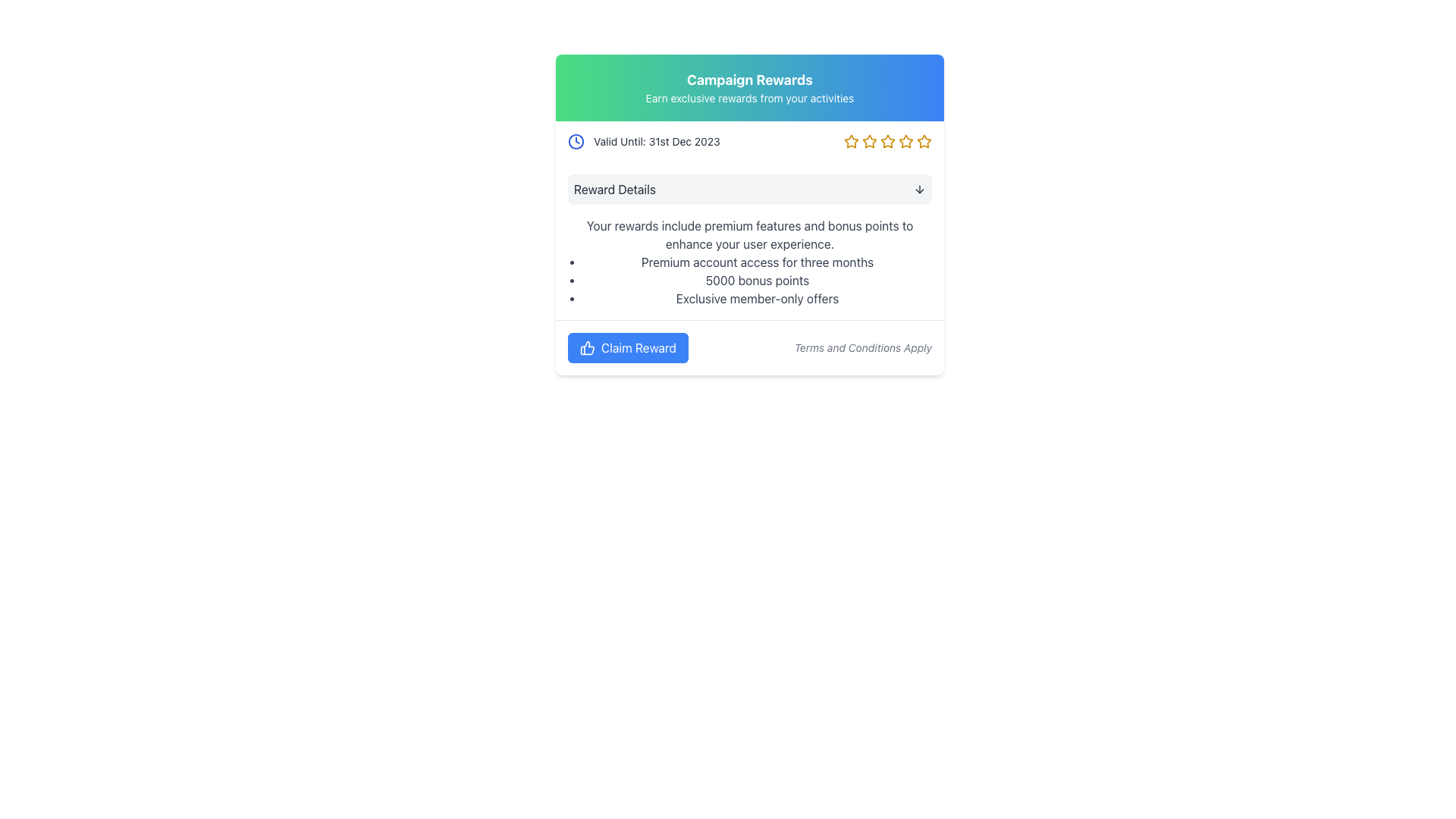  What do you see at coordinates (749, 99) in the screenshot?
I see `the text element displaying 'Earn exclusive rewards from your activities', which is styled in white and located below the 'Campaign Rewards' heading within a card component` at bounding box center [749, 99].